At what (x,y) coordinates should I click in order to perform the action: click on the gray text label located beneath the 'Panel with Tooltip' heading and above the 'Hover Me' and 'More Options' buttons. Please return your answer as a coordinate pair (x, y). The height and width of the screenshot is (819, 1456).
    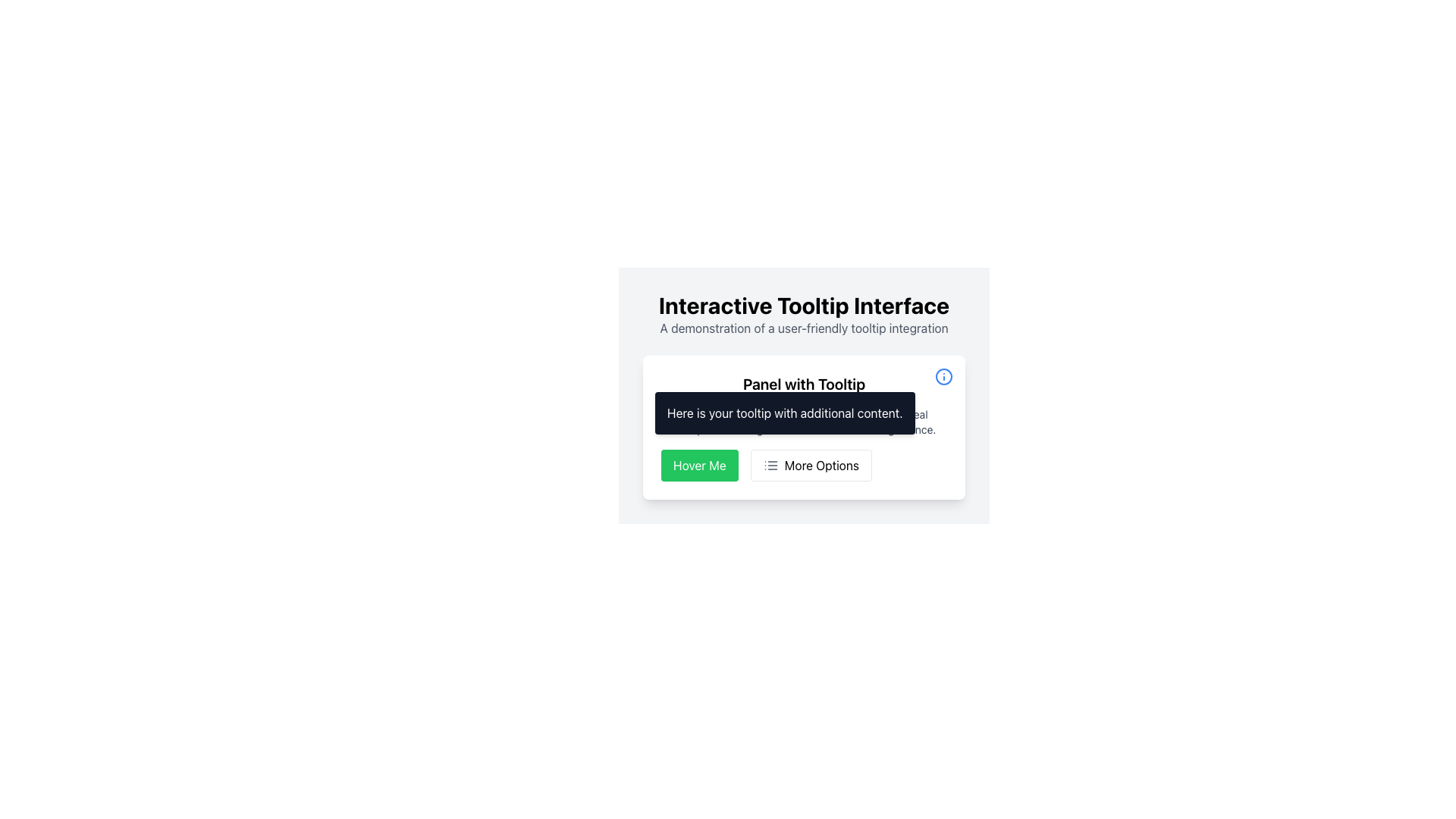
    Looking at the image, I should click on (803, 422).